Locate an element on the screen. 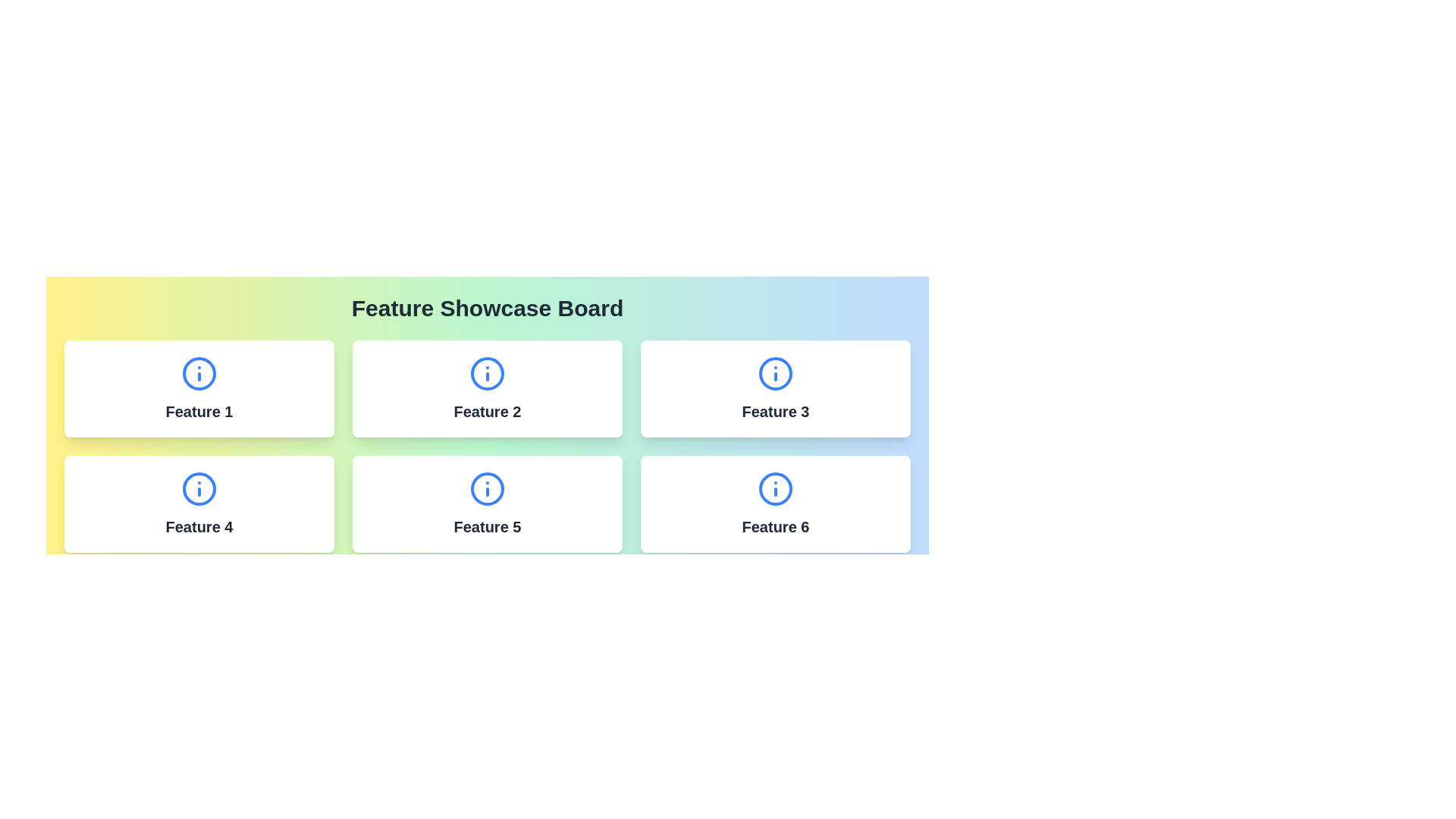 This screenshot has width=1456, height=819. the Informational card for 'Feature 5' located in the second row and first column of the grid layout is located at coordinates (488, 504).